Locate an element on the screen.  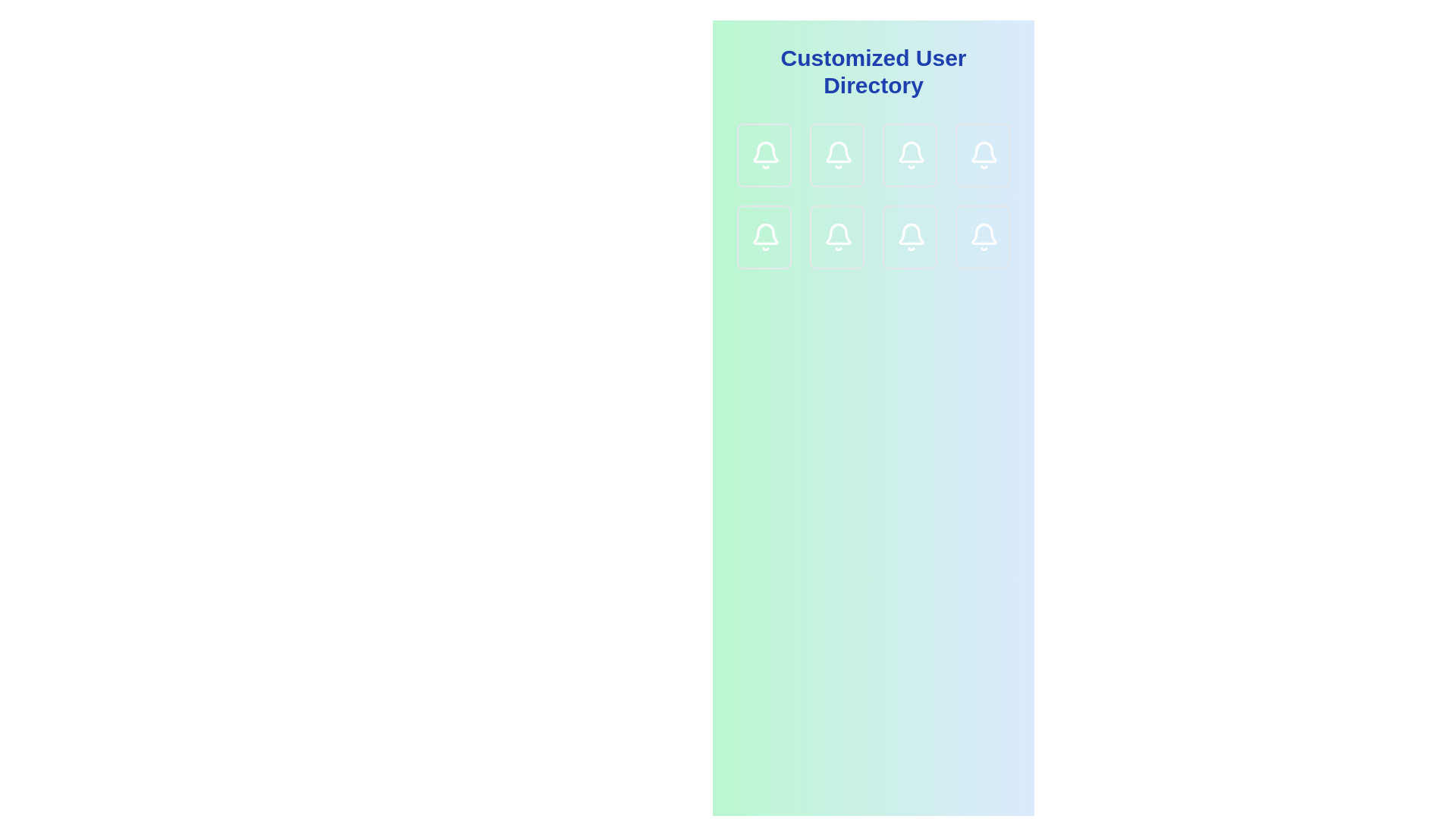
the notification button located in the first row, first column of the grid layout is located at coordinates (764, 155).